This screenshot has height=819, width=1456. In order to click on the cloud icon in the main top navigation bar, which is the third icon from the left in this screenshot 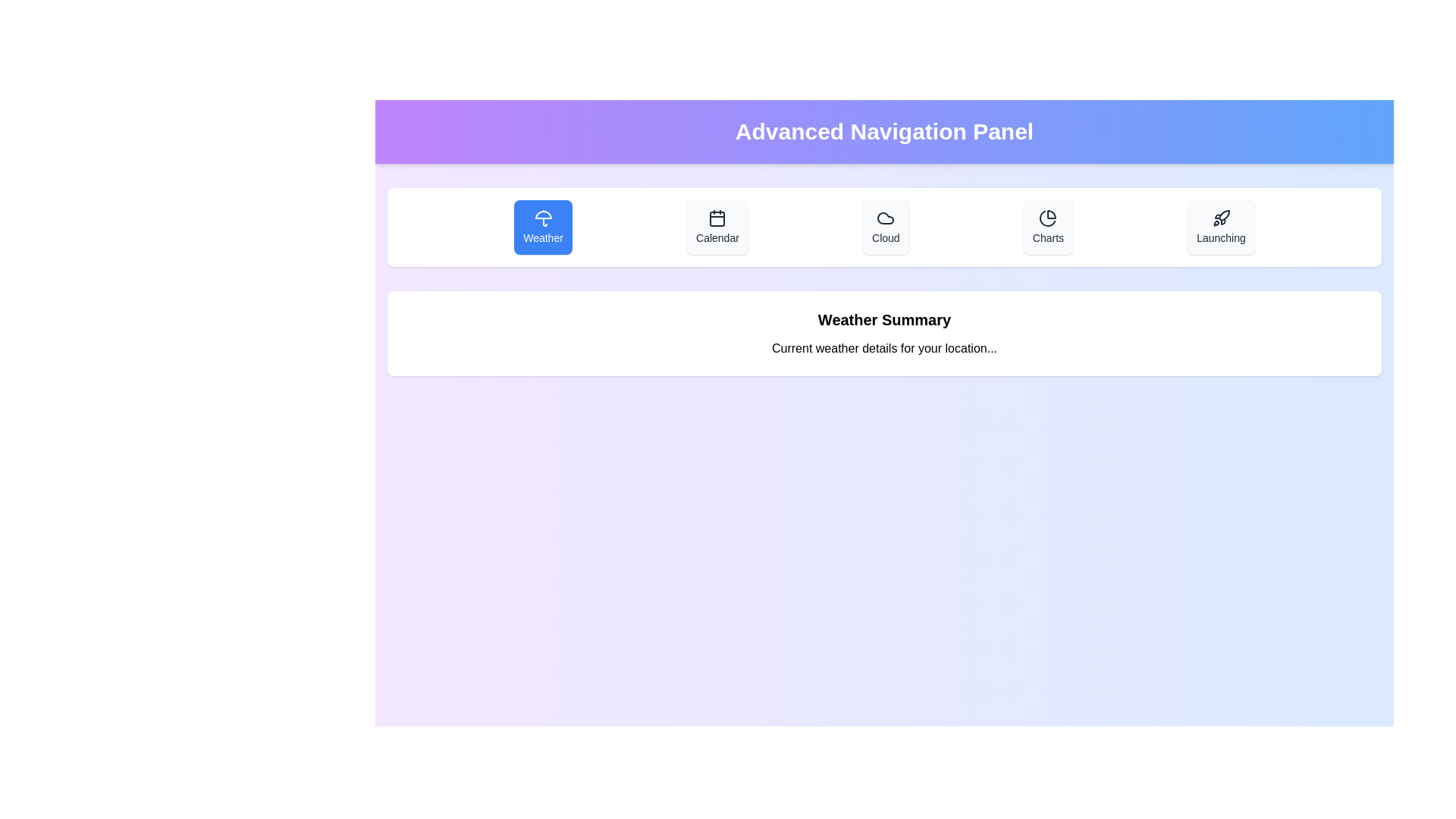, I will do `click(886, 218)`.